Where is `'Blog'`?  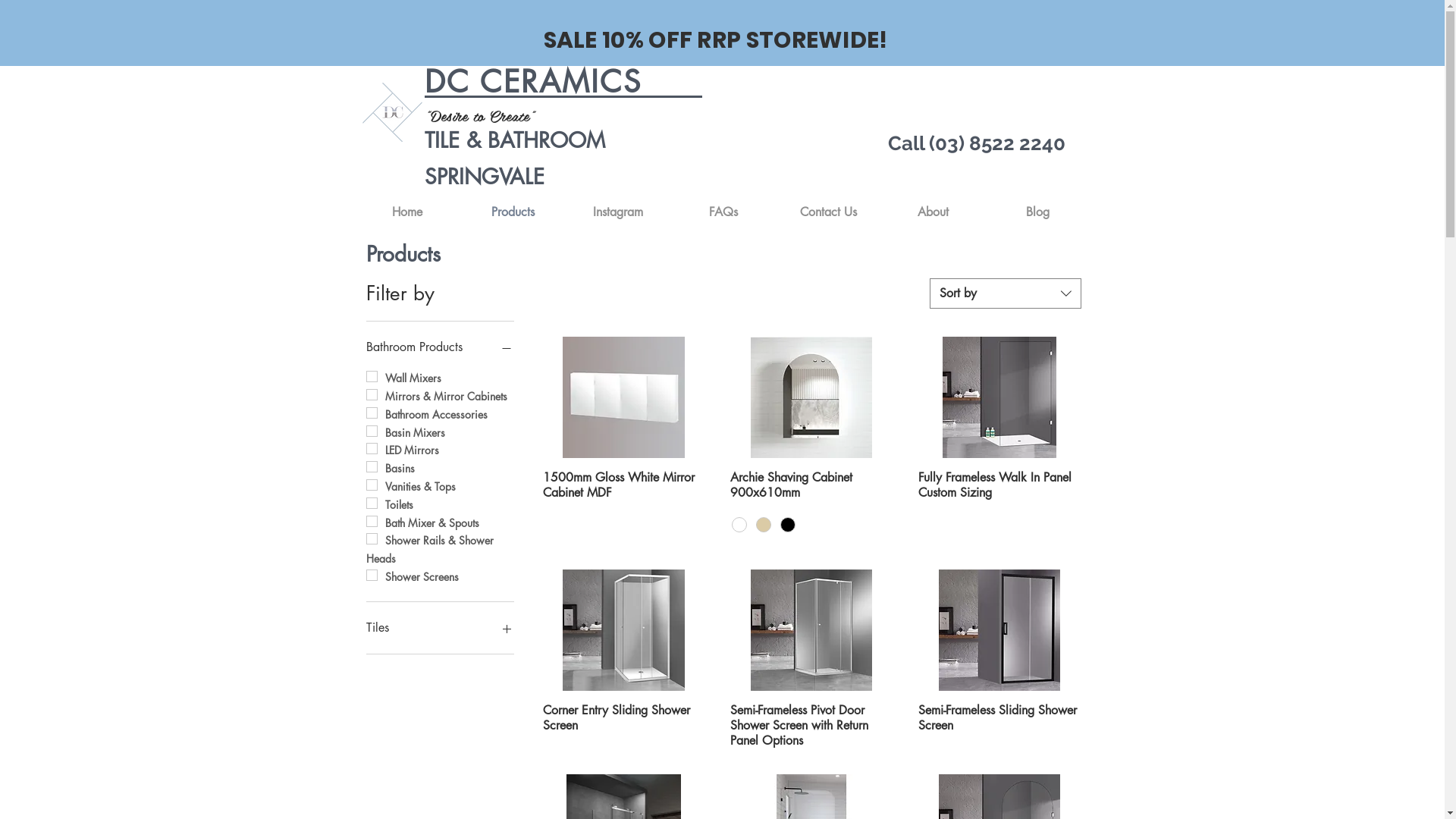 'Blog' is located at coordinates (1037, 212).